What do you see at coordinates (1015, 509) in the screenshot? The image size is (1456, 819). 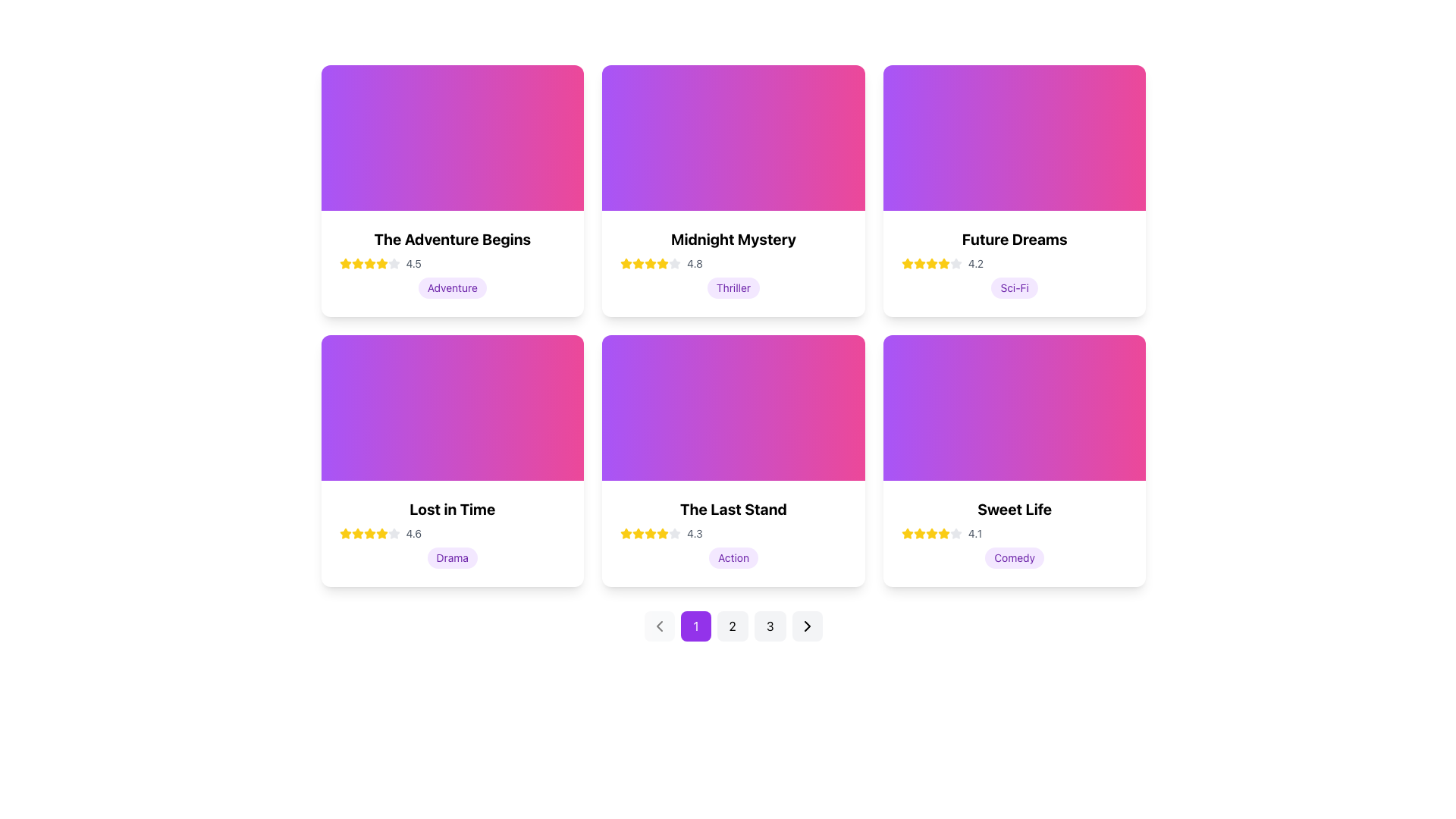 I see `the title text displaying 'Sweet Life', which is styled in a bold font and located at the top of a card` at bounding box center [1015, 509].